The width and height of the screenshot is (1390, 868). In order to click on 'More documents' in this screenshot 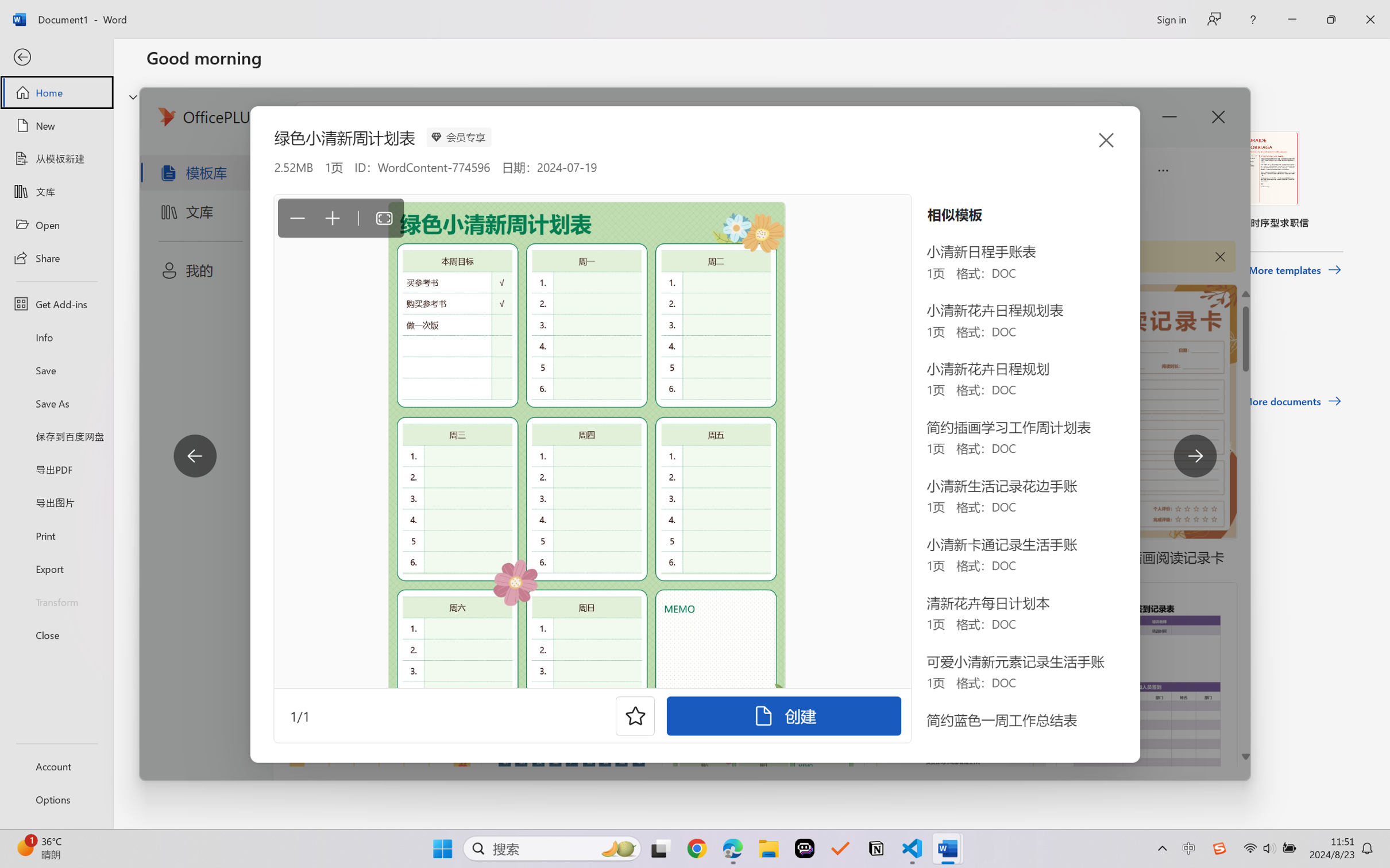, I will do `click(1292, 401)`.